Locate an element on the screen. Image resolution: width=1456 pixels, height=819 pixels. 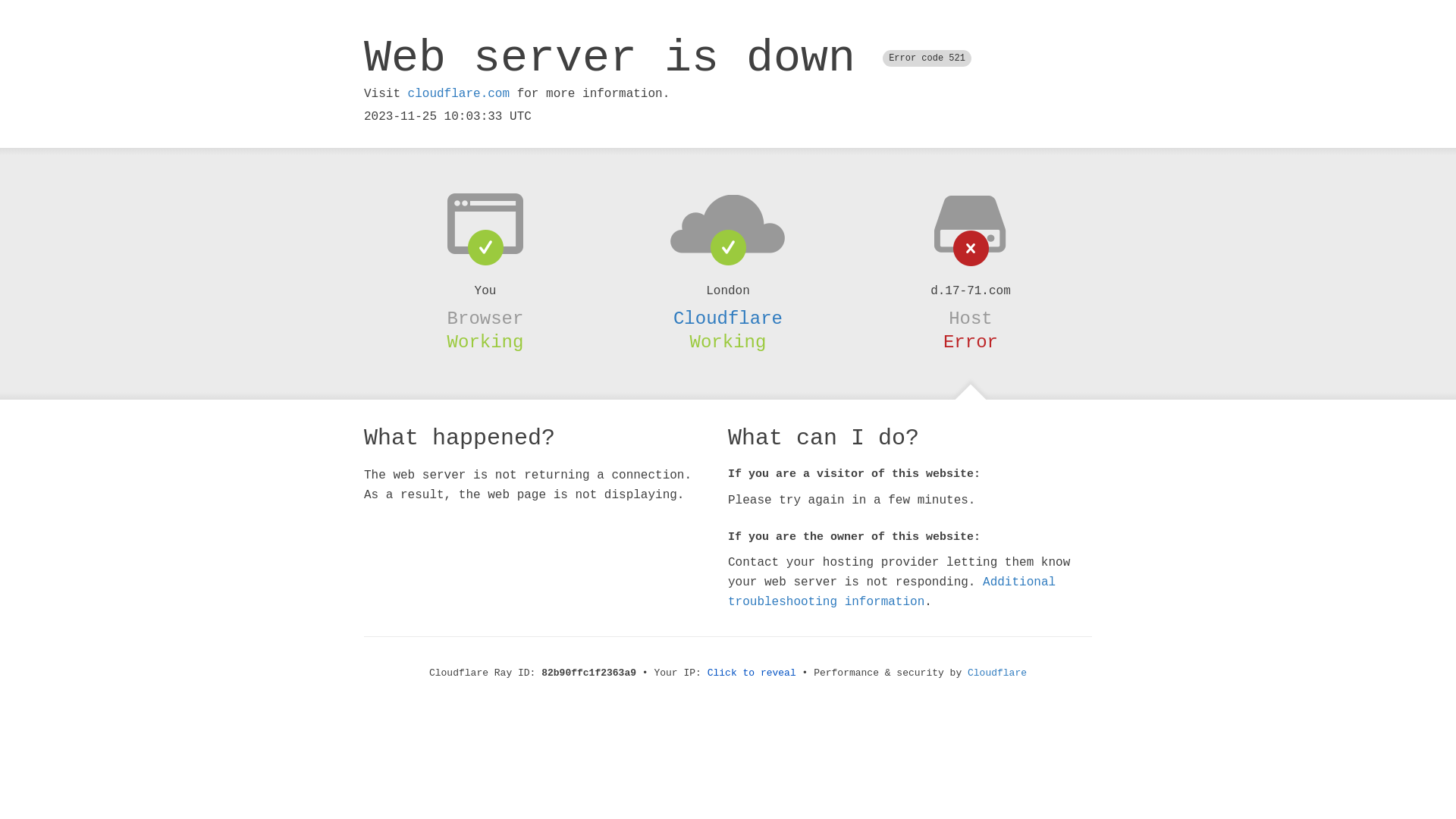
'Cloudflare' is located at coordinates (728, 318).